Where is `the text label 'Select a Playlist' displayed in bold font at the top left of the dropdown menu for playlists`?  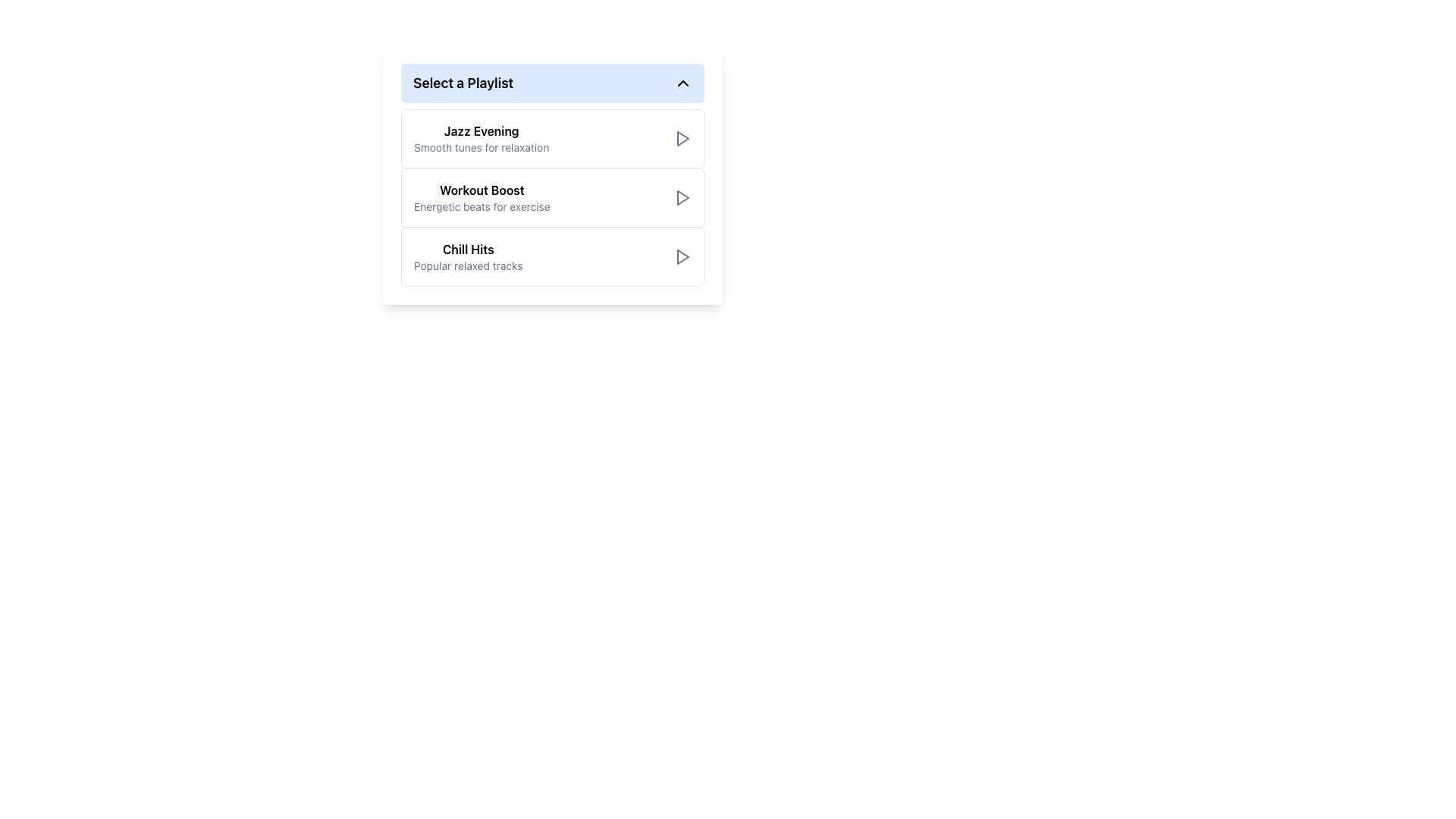
the text label 'Select a Playlist' displayed in bold font at the top left of the dropdown menu for playlists is located at coordinates (463, 83).